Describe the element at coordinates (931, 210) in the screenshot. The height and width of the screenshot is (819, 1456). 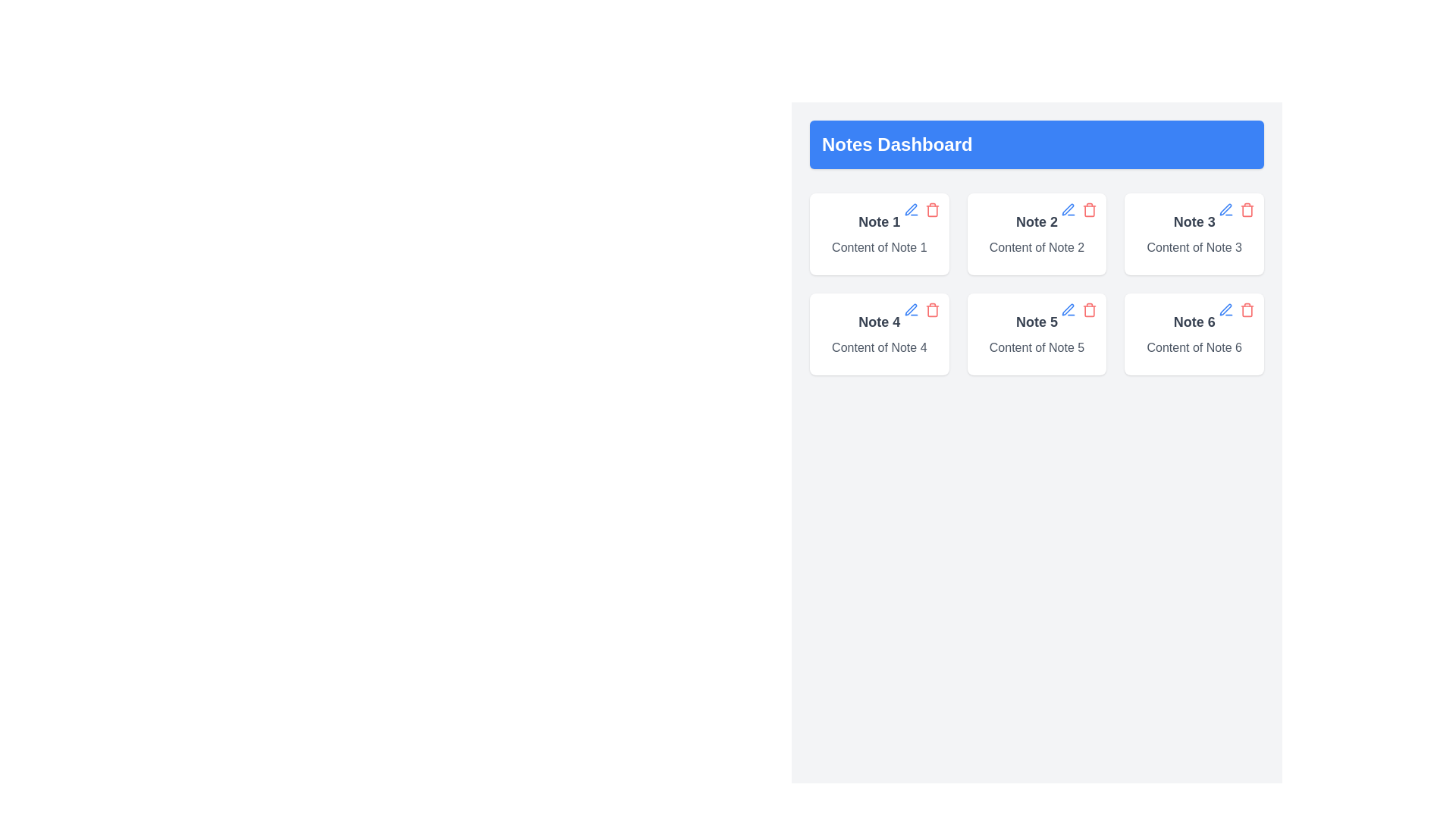
I see `the small red trash icon button, styled as an outlined trash bin, located at the top-right corner of the note card by` at that location.